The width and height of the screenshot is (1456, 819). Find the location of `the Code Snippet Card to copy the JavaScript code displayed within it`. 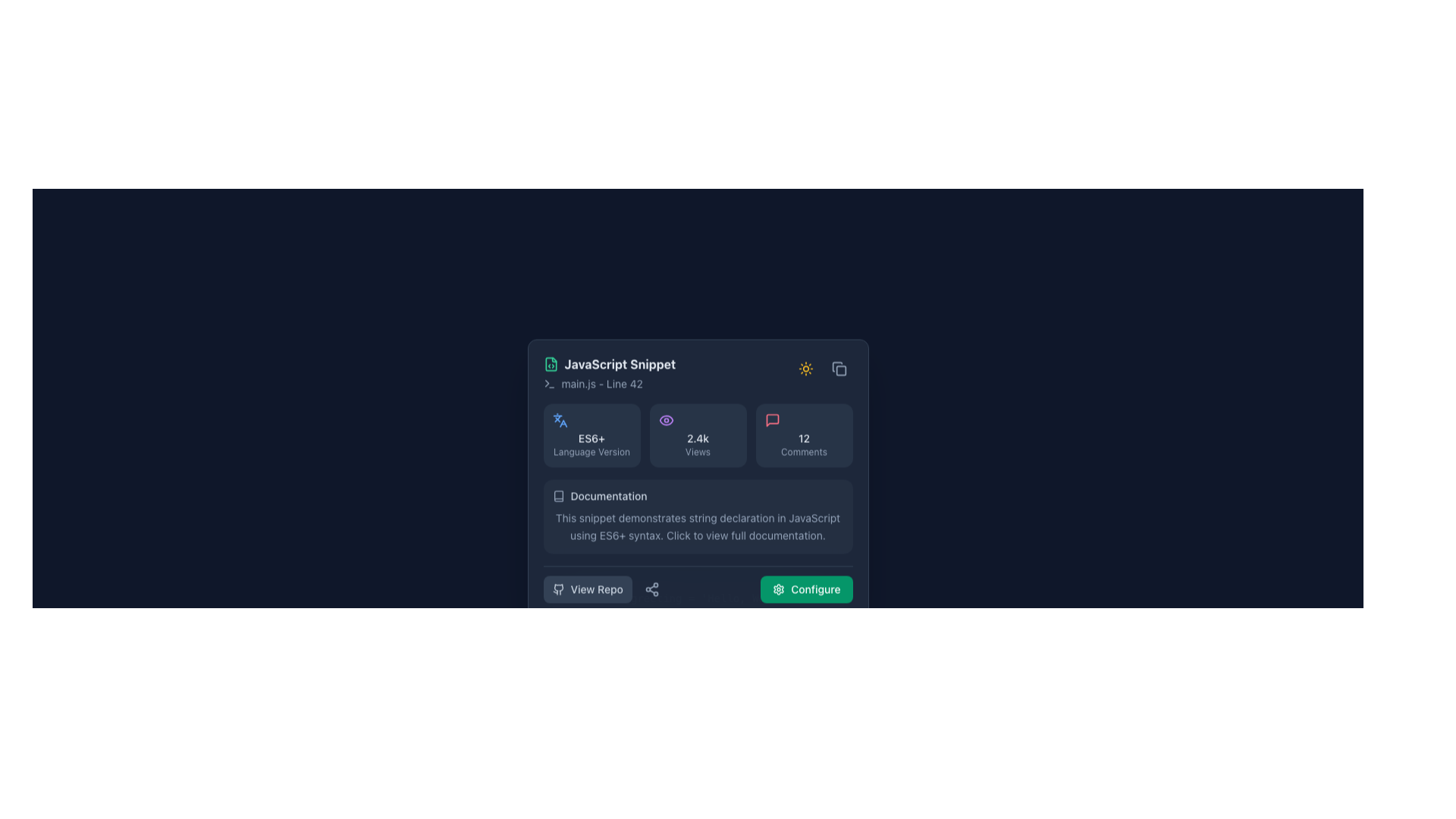

the Code Snippet Card to copy the JavaScript code displayed within it is located at coordinates (697, 598).